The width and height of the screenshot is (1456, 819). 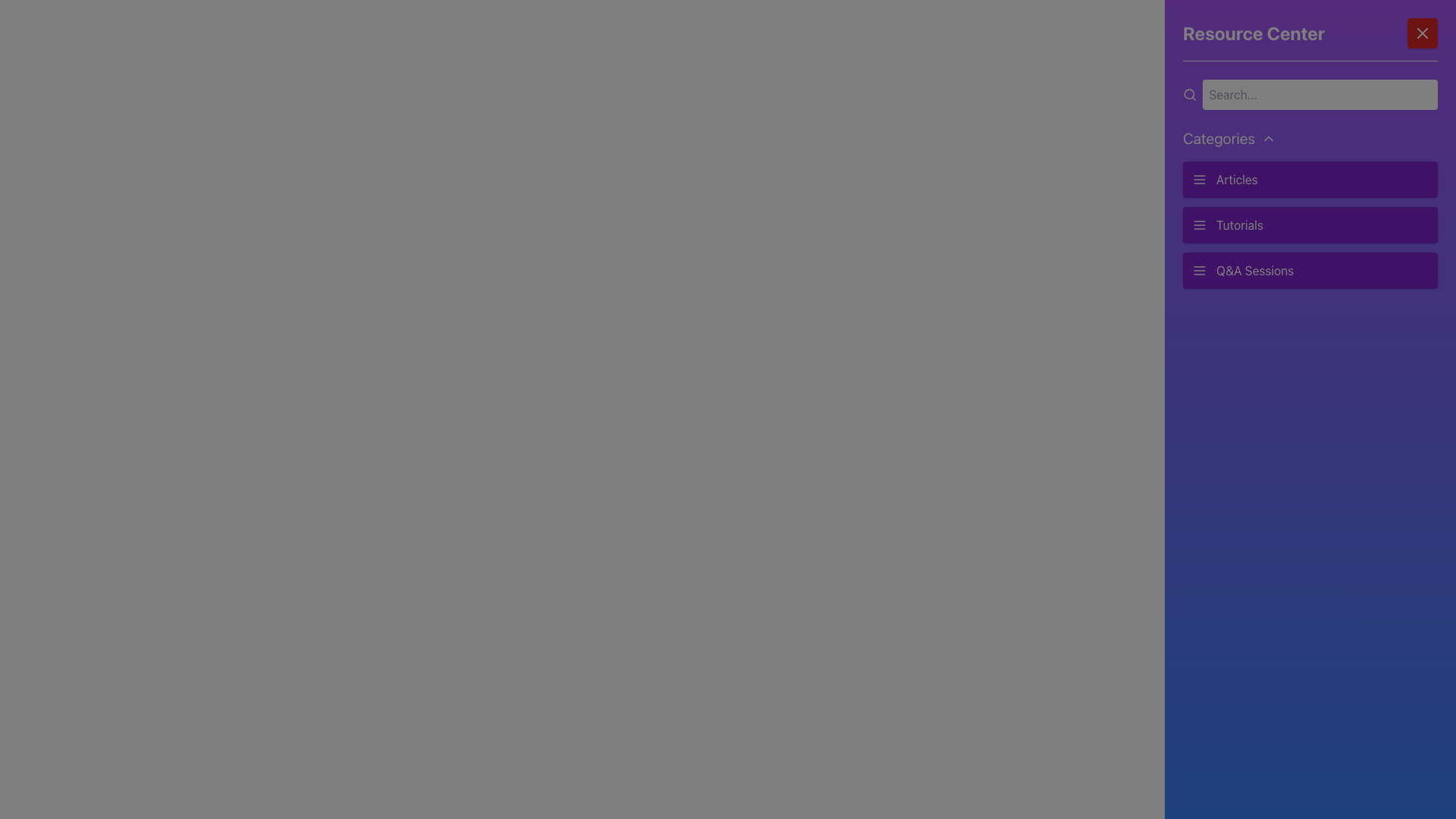 I want to click on the navigation button at the top right of the 'Categories' section, so click(x=1310, y=178).